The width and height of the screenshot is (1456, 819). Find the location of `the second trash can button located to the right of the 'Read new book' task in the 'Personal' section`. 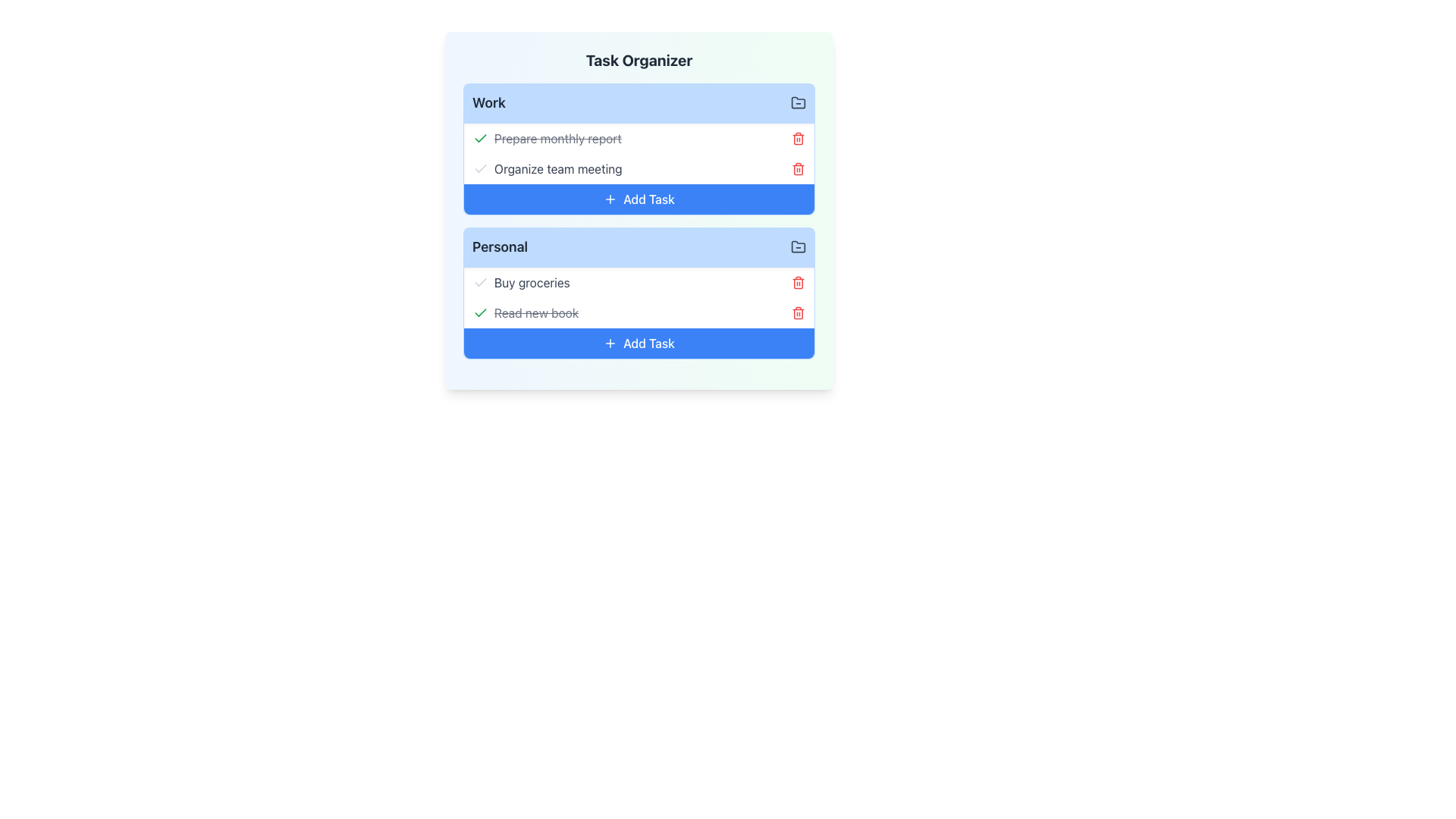

the second trash can button located to the right of the 'Read new book' task in the 'Personal' section is located at coordinates (797, 312).